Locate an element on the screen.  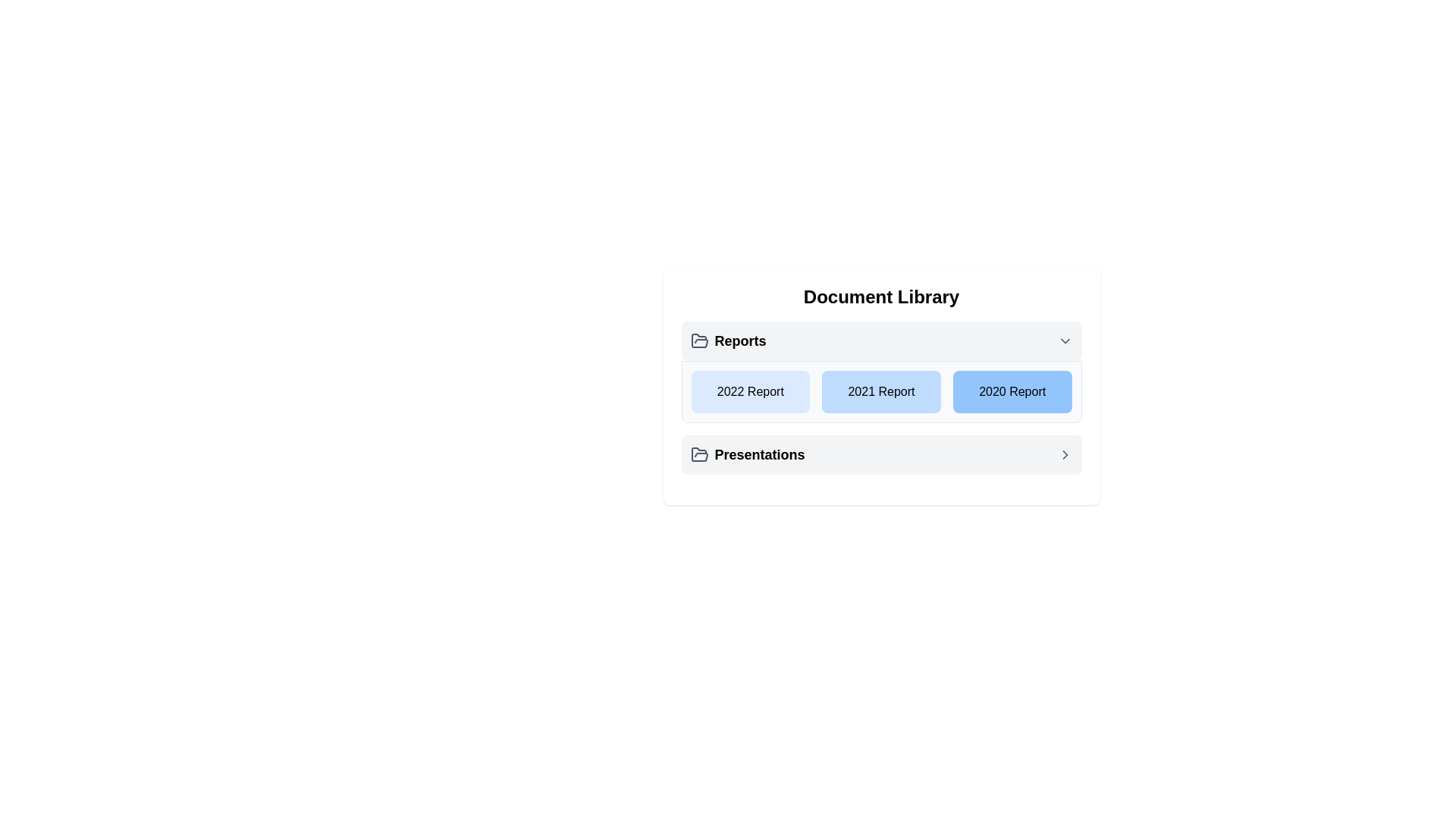
the folder icon located in the 'Presentations' section, which visually represents folders or file categories and precedes the text label 'Presentations' is located at coordinates (698, 454).